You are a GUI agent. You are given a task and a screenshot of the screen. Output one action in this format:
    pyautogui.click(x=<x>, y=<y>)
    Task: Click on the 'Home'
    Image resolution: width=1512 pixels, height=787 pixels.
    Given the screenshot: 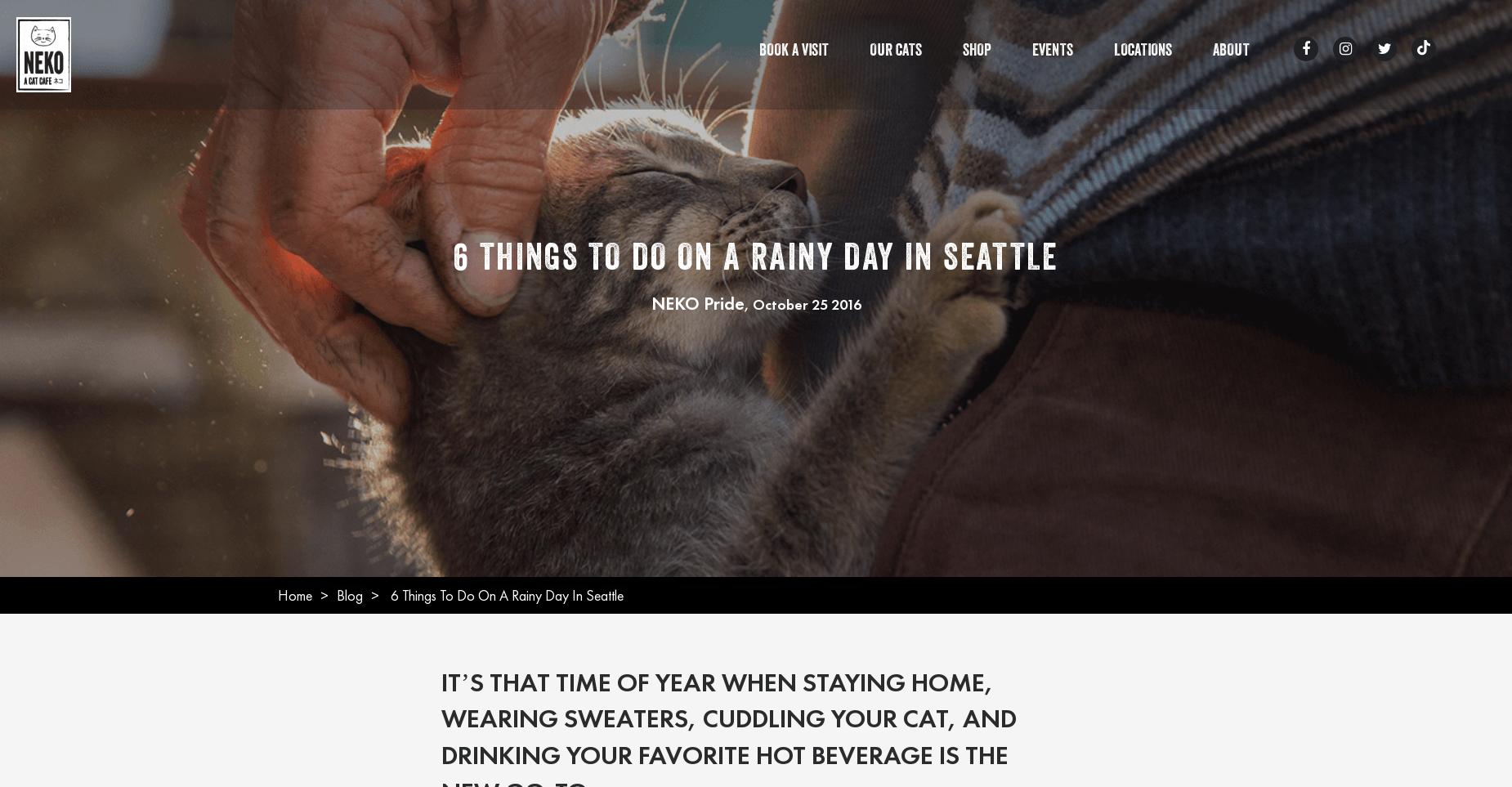 What is the action you would take?
    pyautogui.click(x=293, y=593)
    